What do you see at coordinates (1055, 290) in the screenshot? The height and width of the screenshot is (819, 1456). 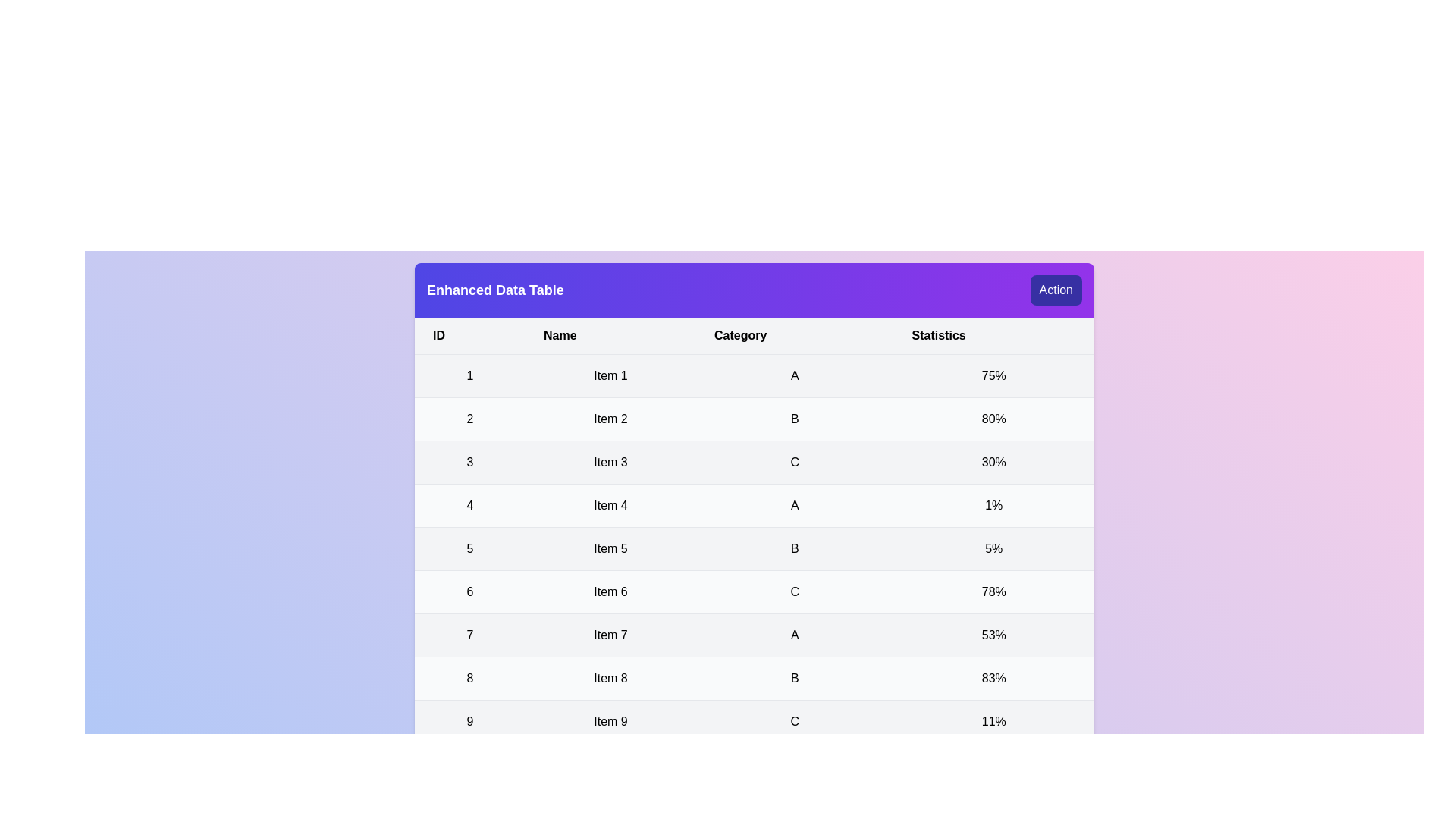 I see `'Action' button in the header` at bounding box center [1055, 290].